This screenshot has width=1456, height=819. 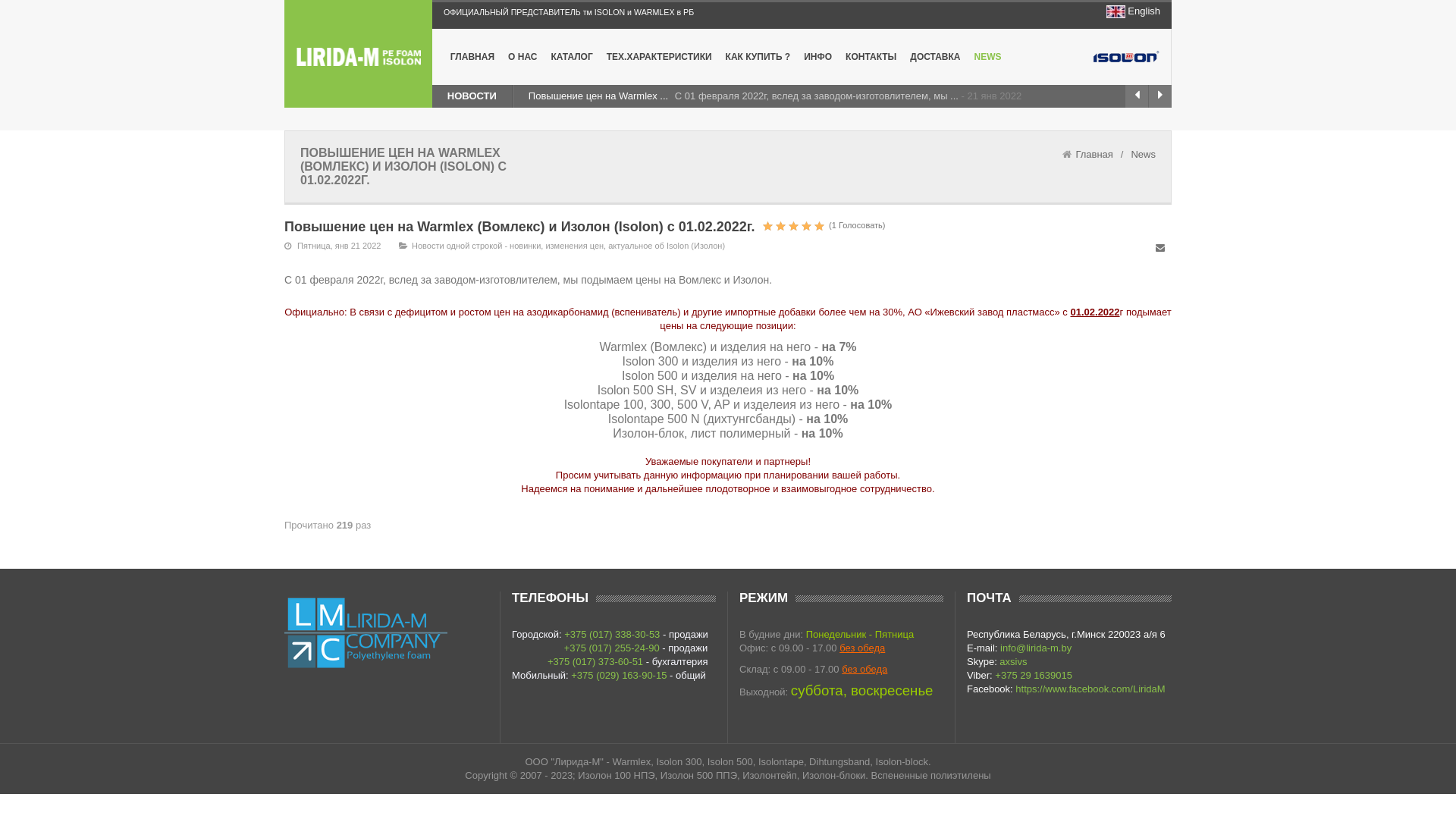 I want to click on 'English', so click(x=1144, y=11).